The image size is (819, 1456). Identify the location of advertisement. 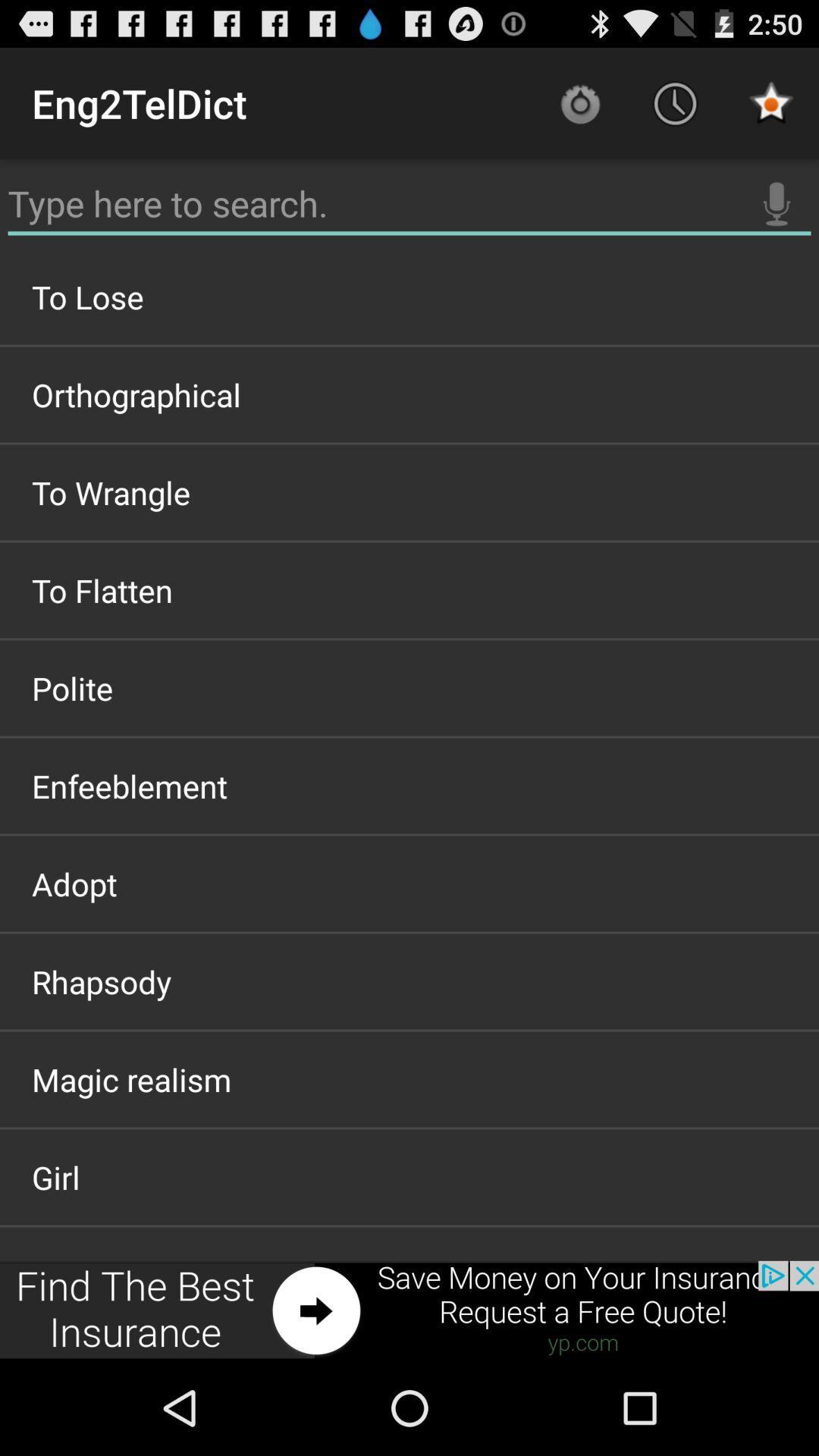
(409, 1310).